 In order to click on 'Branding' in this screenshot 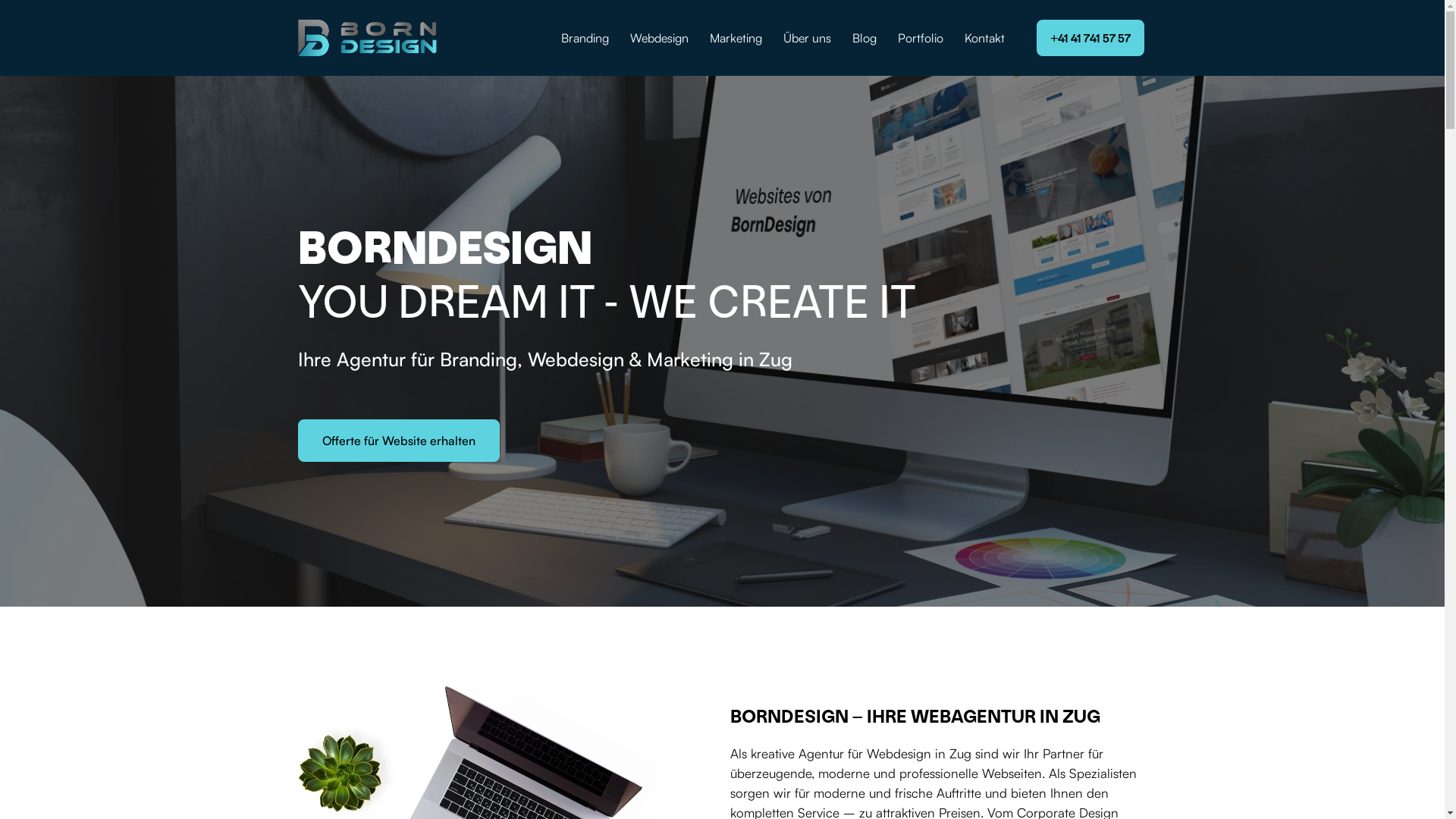, I will do `click(584, 37)`.